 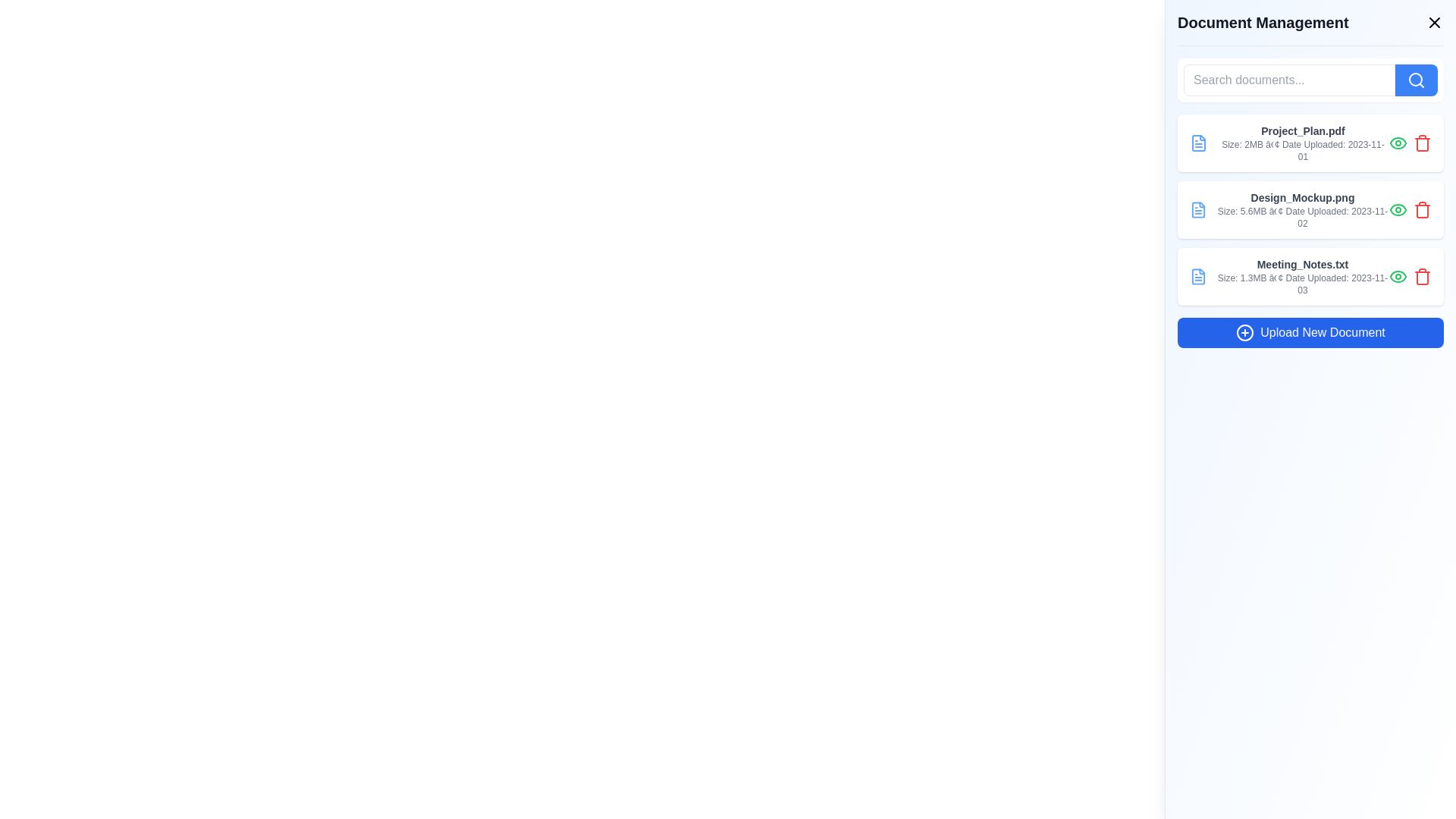 What do you see at coordinates (1302, 217) in the screenshot?
I see `the Text Label displaying the metadata for the file 'Design_Mockup.png', which shows its size (5.6MB) and upload date (2023-11-02)` at bounding box center [1302, 217].